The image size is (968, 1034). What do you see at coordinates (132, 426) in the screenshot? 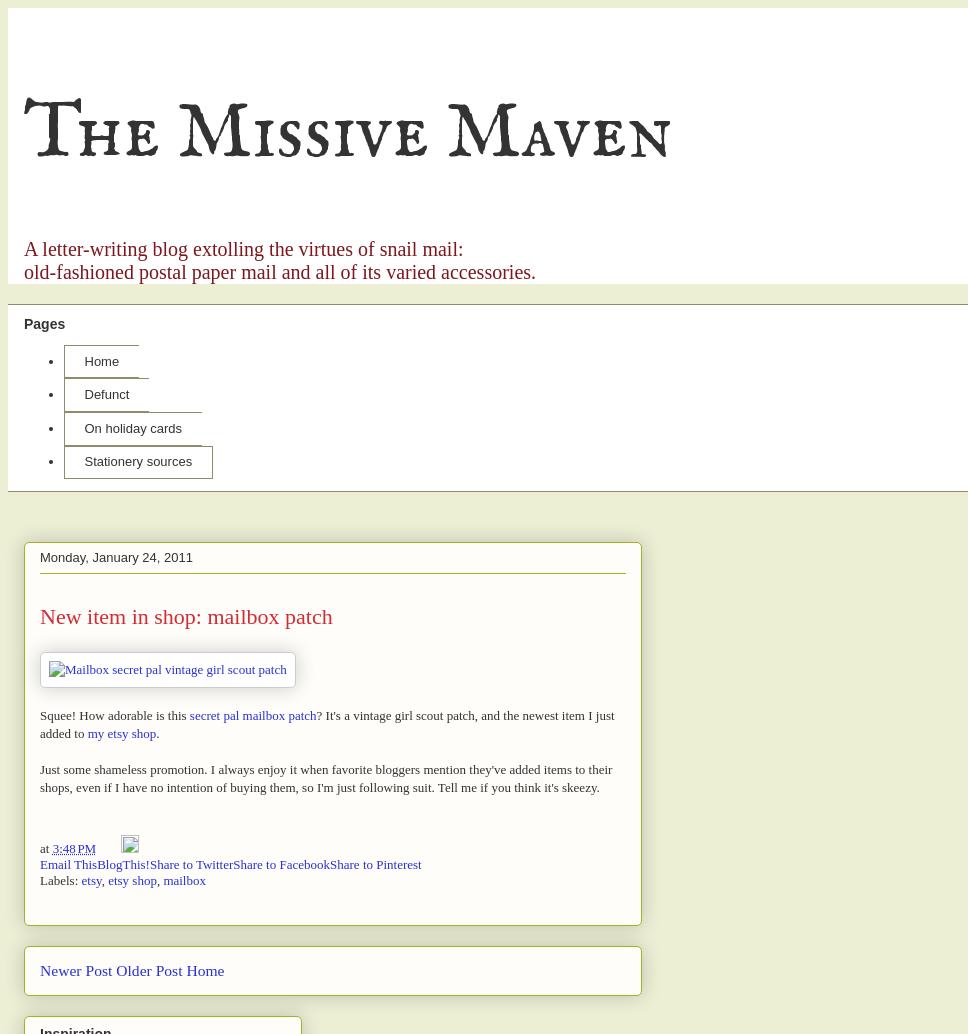
I see `'On holiday cards'` at bounding box center [132, 426].